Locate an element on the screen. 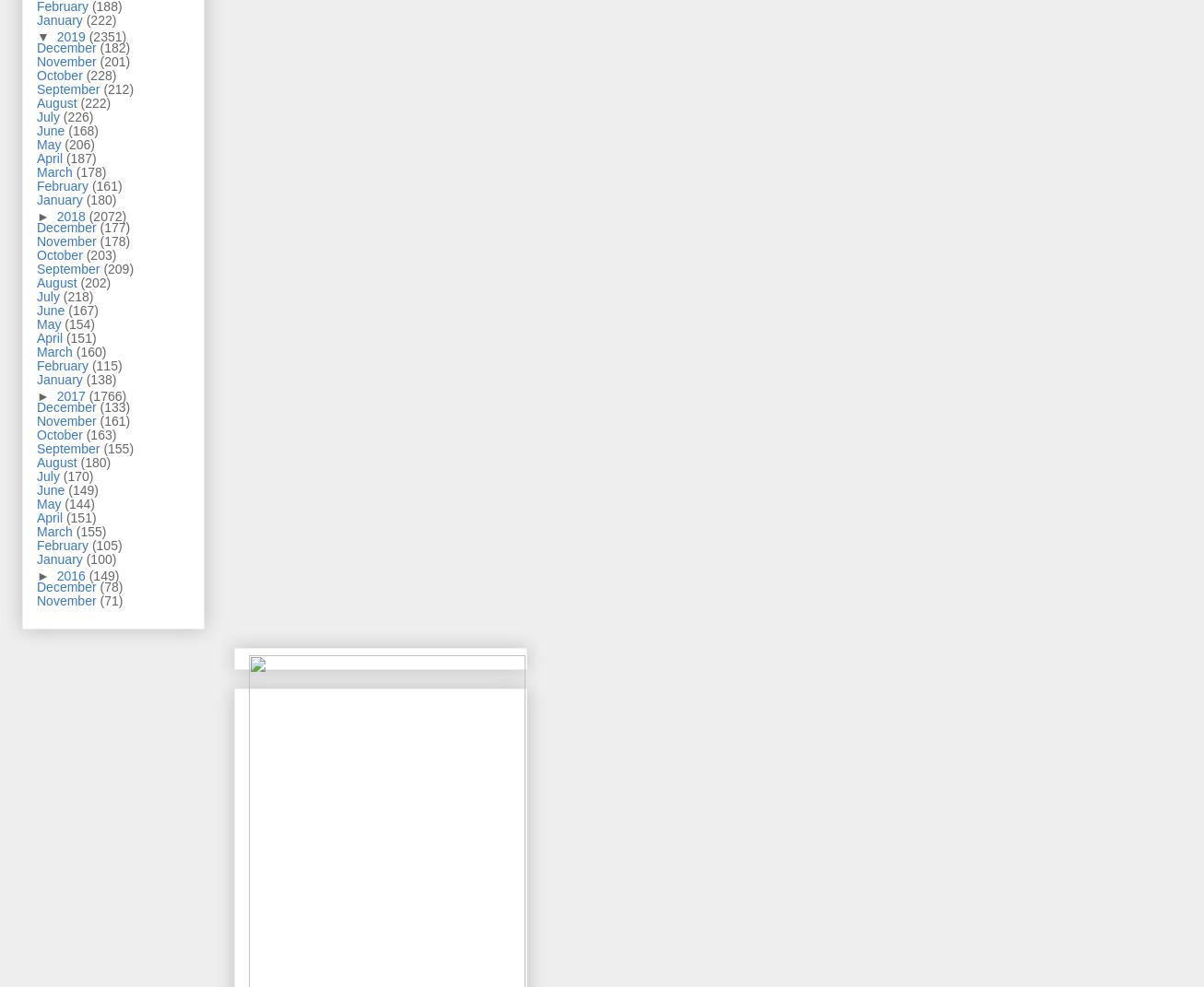  '(228)' is located at coordinates (100, 74).